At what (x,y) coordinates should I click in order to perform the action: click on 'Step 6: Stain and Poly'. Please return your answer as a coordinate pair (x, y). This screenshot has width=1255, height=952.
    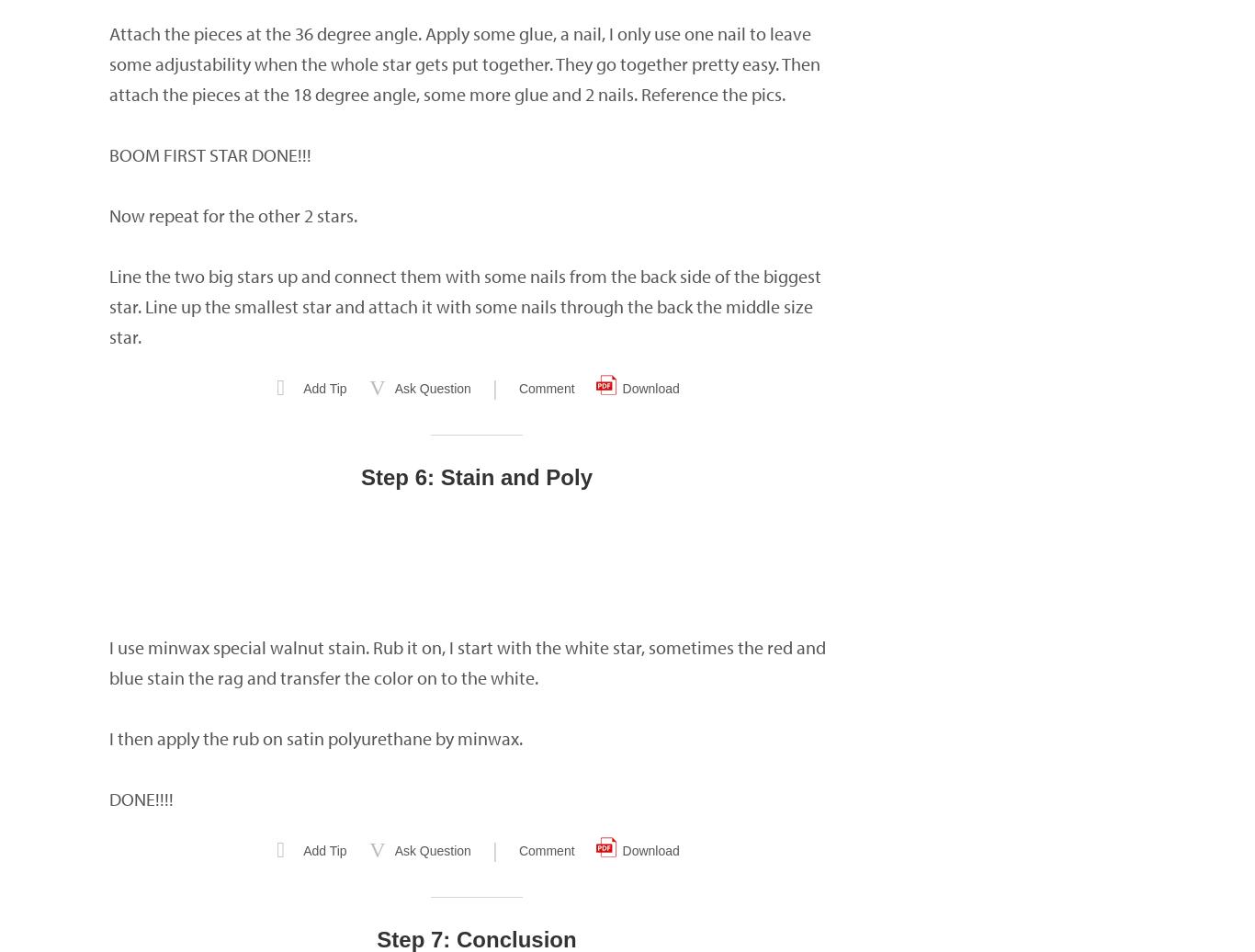
    Looking at the image, I should click on (476, 477).